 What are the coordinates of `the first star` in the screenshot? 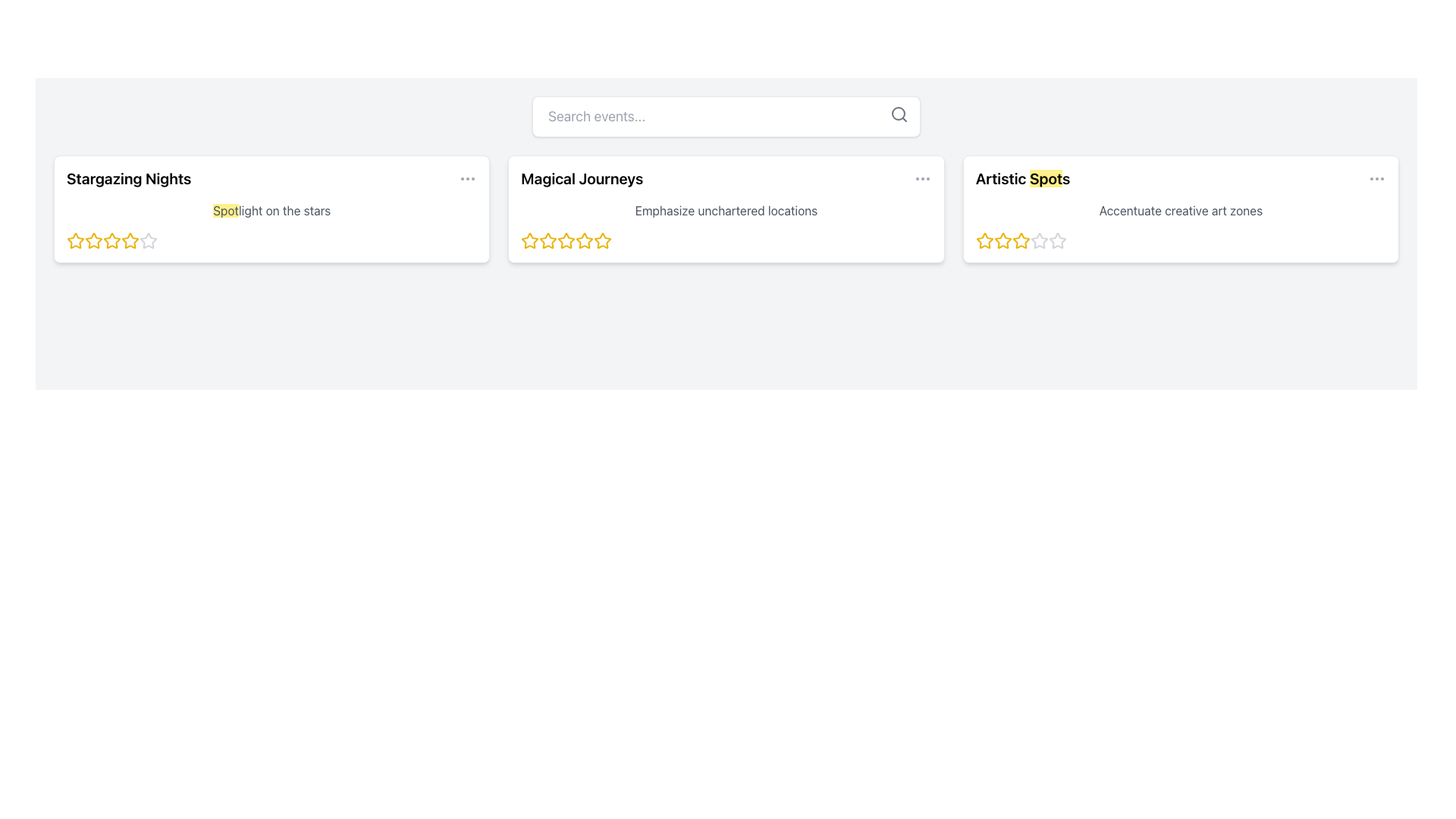 It's located at (530, 240).